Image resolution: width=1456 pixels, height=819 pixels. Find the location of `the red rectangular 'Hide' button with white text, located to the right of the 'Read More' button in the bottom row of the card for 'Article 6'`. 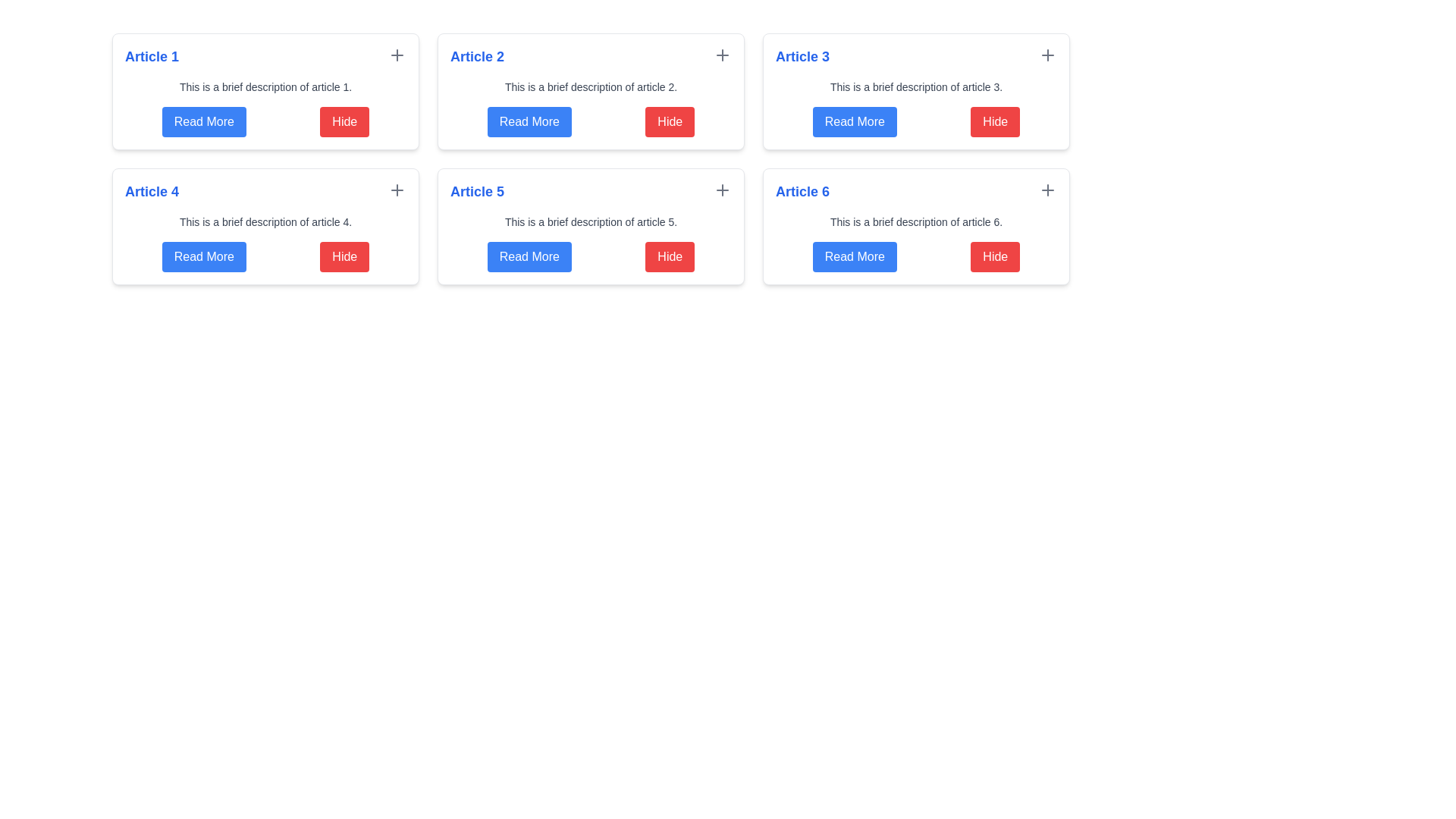

the red rectangular 'Hide' button with white text, located to the right of the 'Read More' button in the bottom row of the card for 'Article 6' is located at coordinates (995, 256).